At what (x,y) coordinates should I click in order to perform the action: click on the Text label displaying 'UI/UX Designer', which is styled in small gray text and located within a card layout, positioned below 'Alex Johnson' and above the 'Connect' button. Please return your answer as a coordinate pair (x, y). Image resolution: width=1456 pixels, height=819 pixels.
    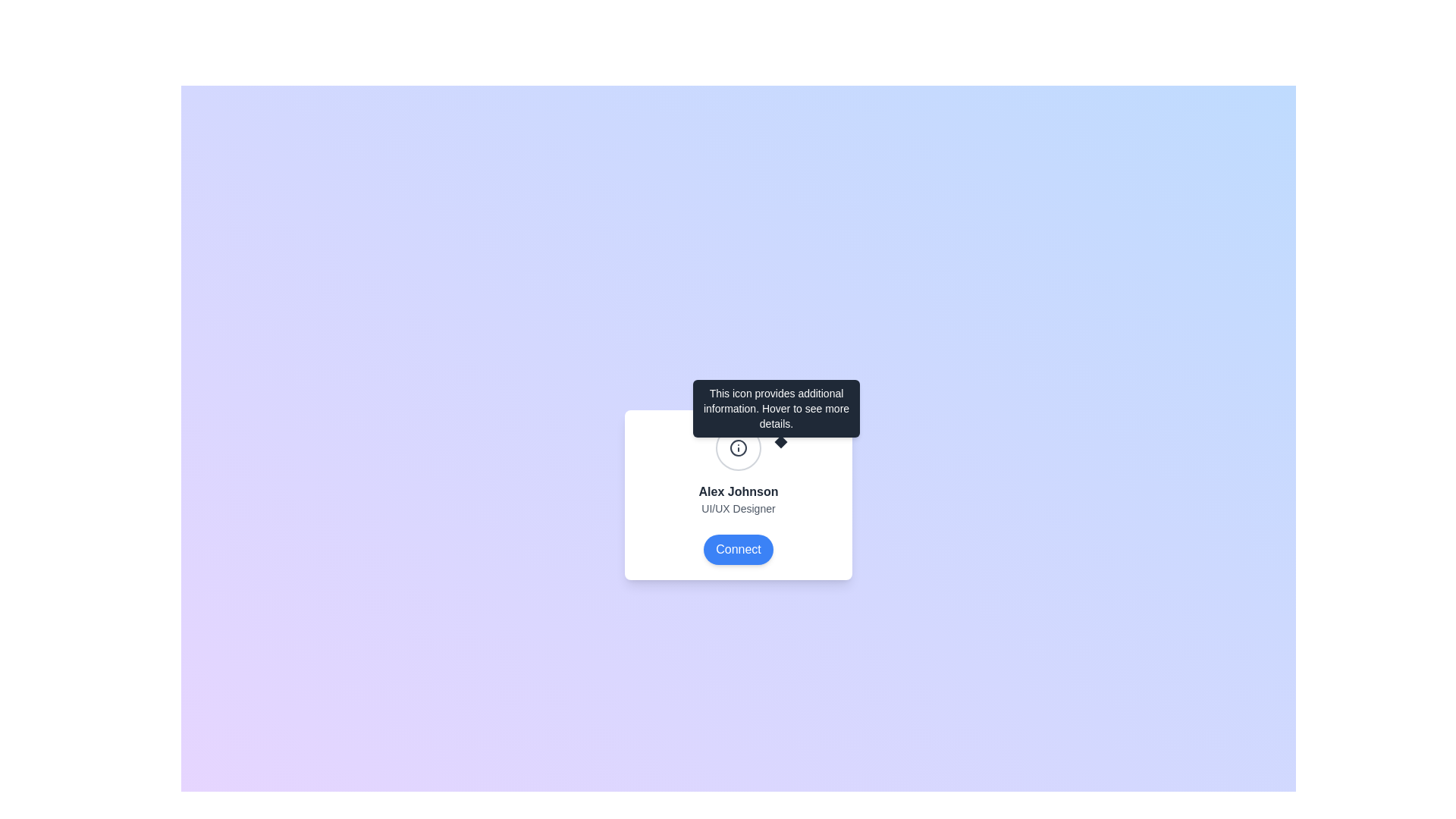
    Looking at the image, I should click on (739, 509).